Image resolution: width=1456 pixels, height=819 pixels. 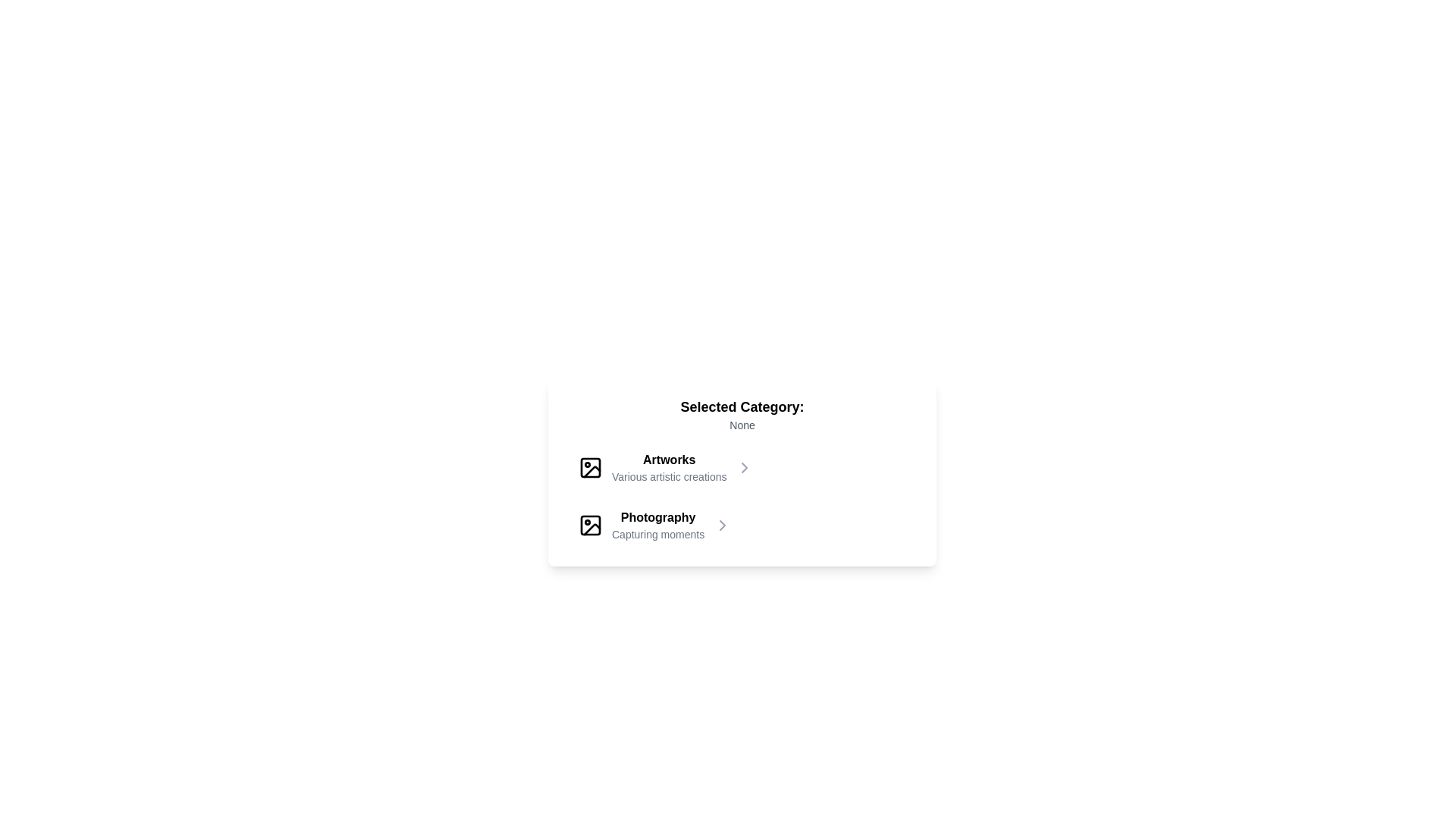 What do you see at coordinates (589, 467) in the screenshot?
I see `the 'Artworks' icon, which is the leftmost icon in the 'Artworks' list item, guiding users to select or navigate to related content` at bounding box center [589, 467].